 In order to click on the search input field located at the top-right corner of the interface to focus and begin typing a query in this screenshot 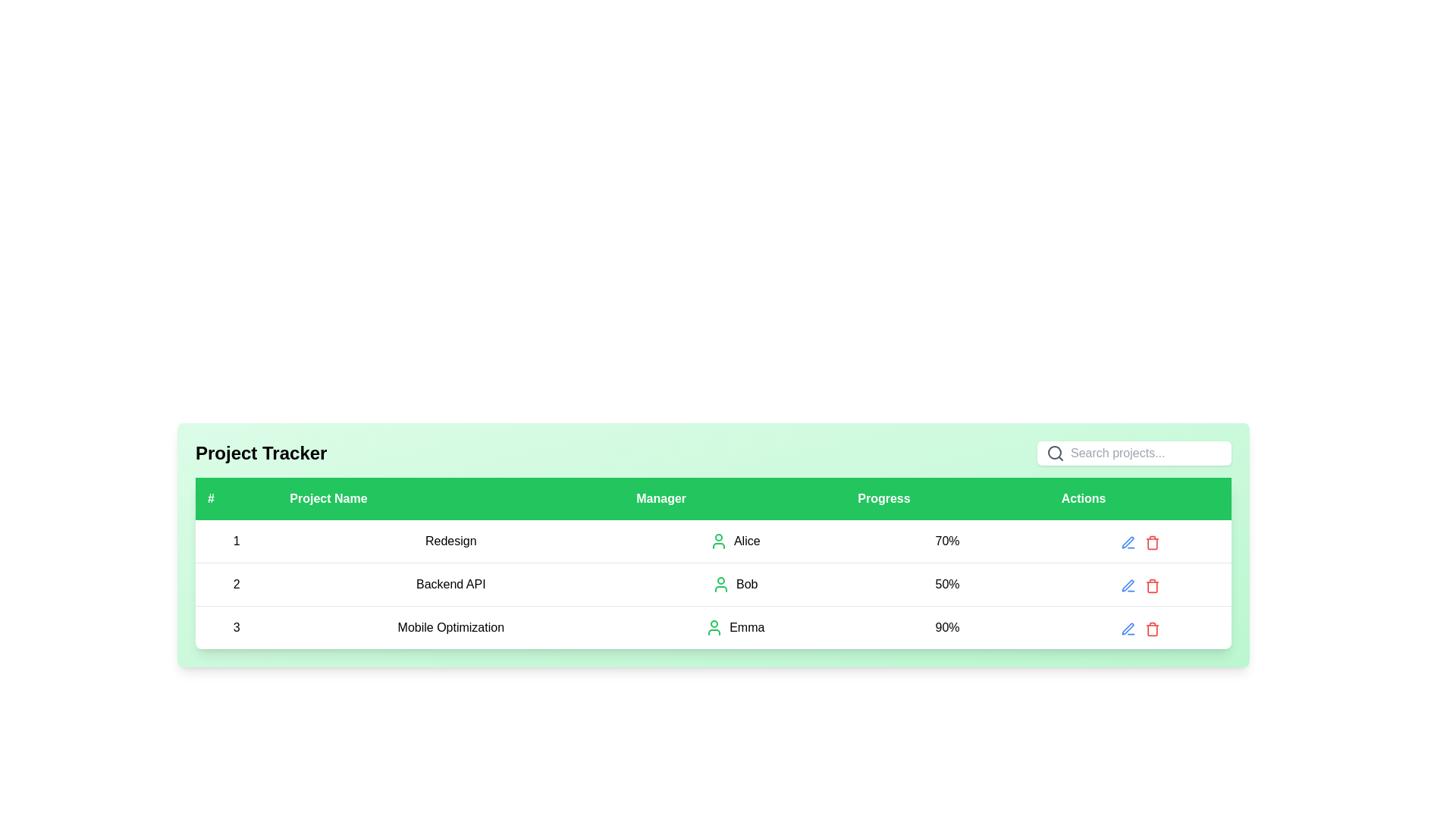, I will do `click(1147, 452)`.